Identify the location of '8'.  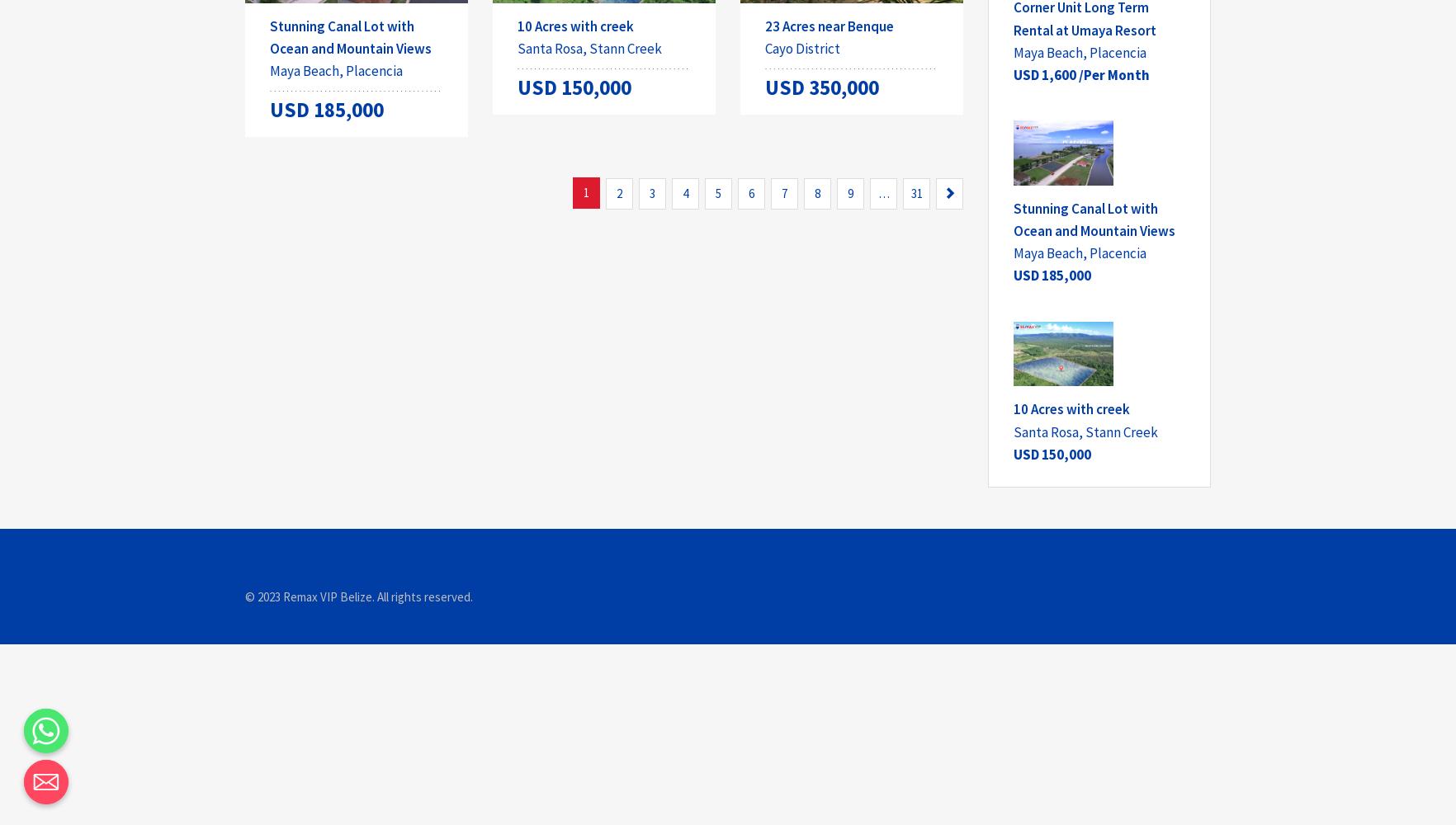
(816, 192).